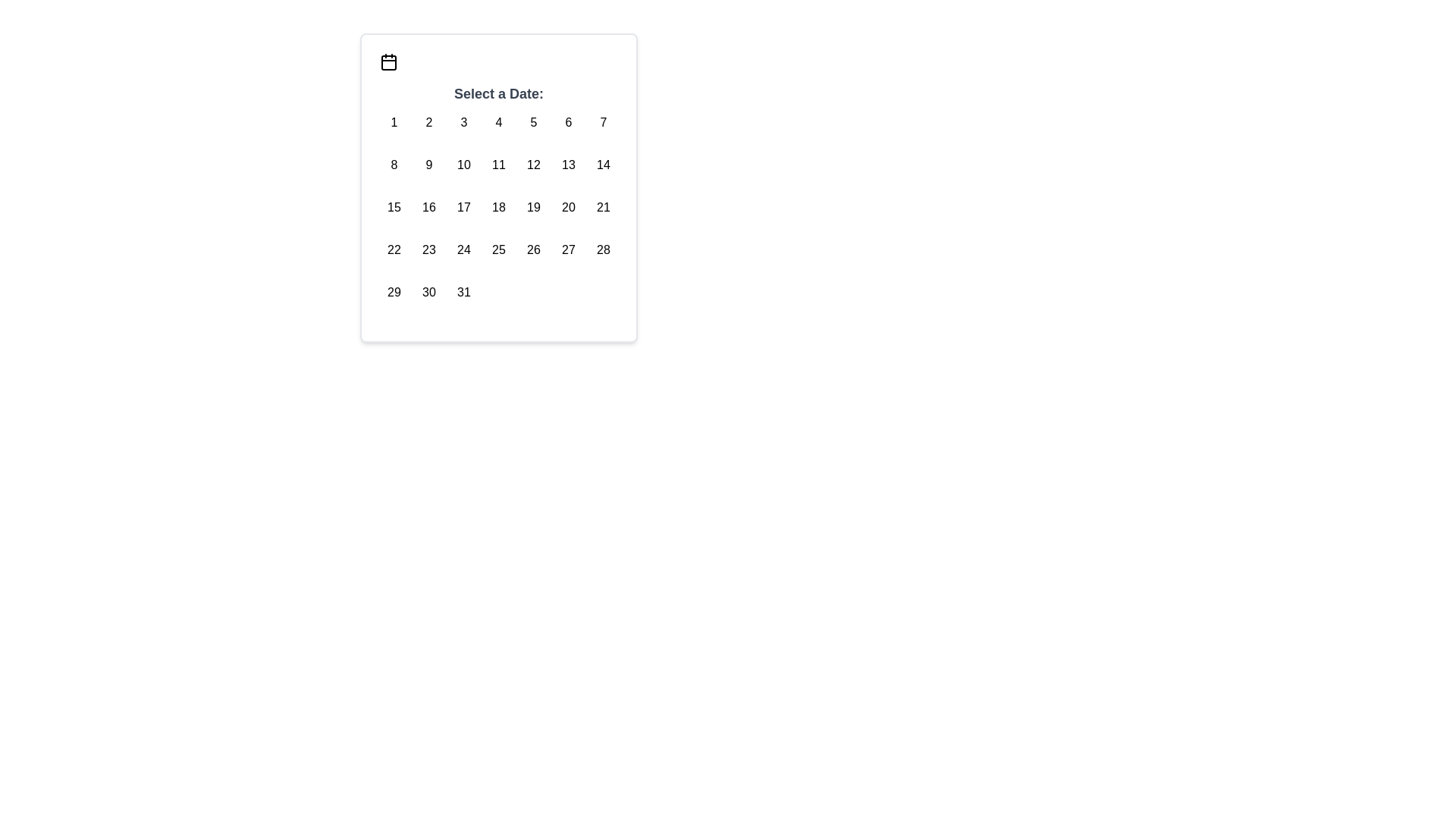 This screenshot has width=1456, height=819. I want to click on the button displaying the number '28', which is part of a calendar component in the fourth row and seventh column of a grid layout, so click(603, 249).